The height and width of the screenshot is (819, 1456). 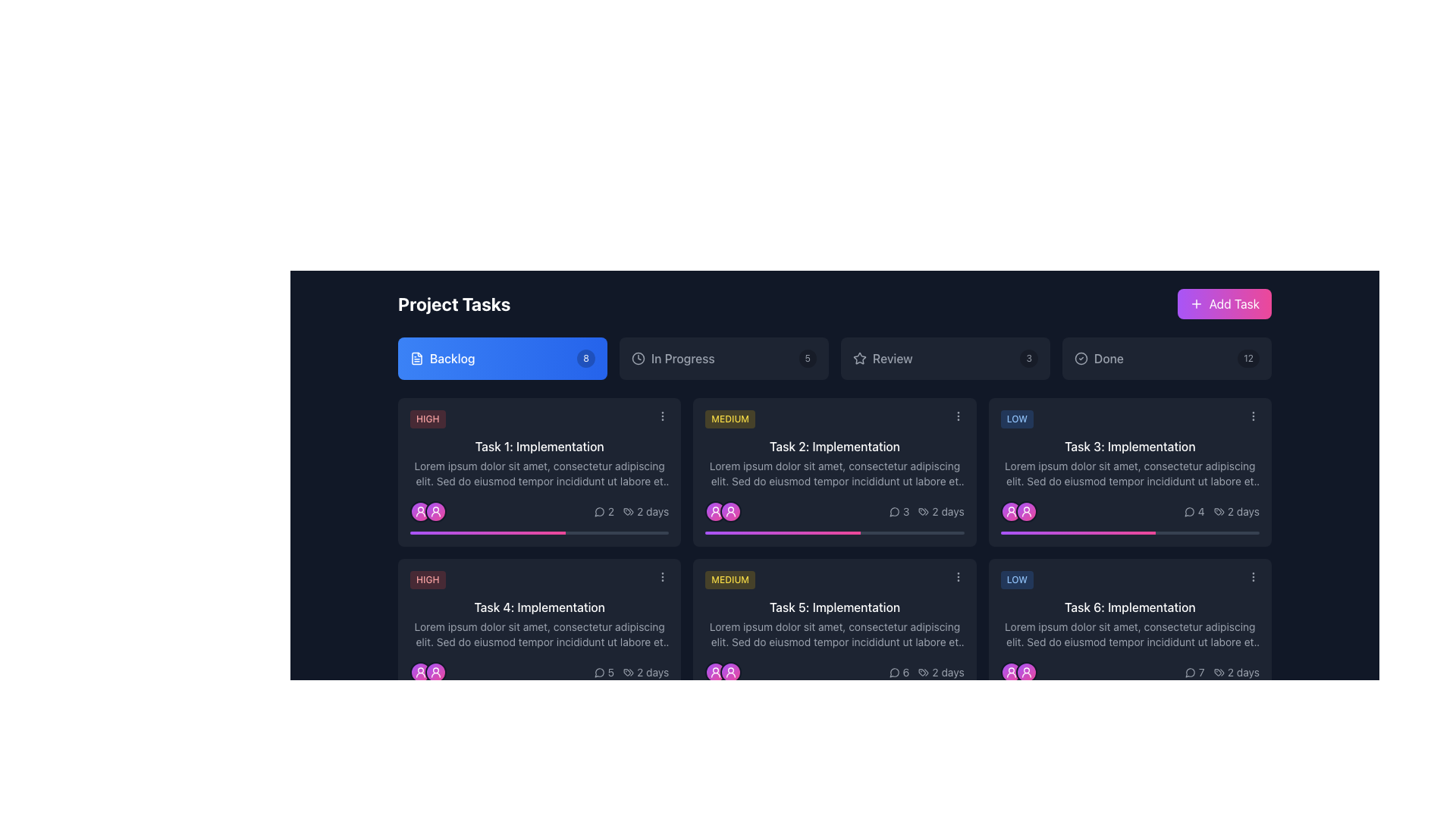 What do you see at coordinates (488, 532) in the screenshot?
I see `the progress value of the Progress indicator located below the 'Task 1: Implementation' card in the task grid` at bounding box center [488, 532].